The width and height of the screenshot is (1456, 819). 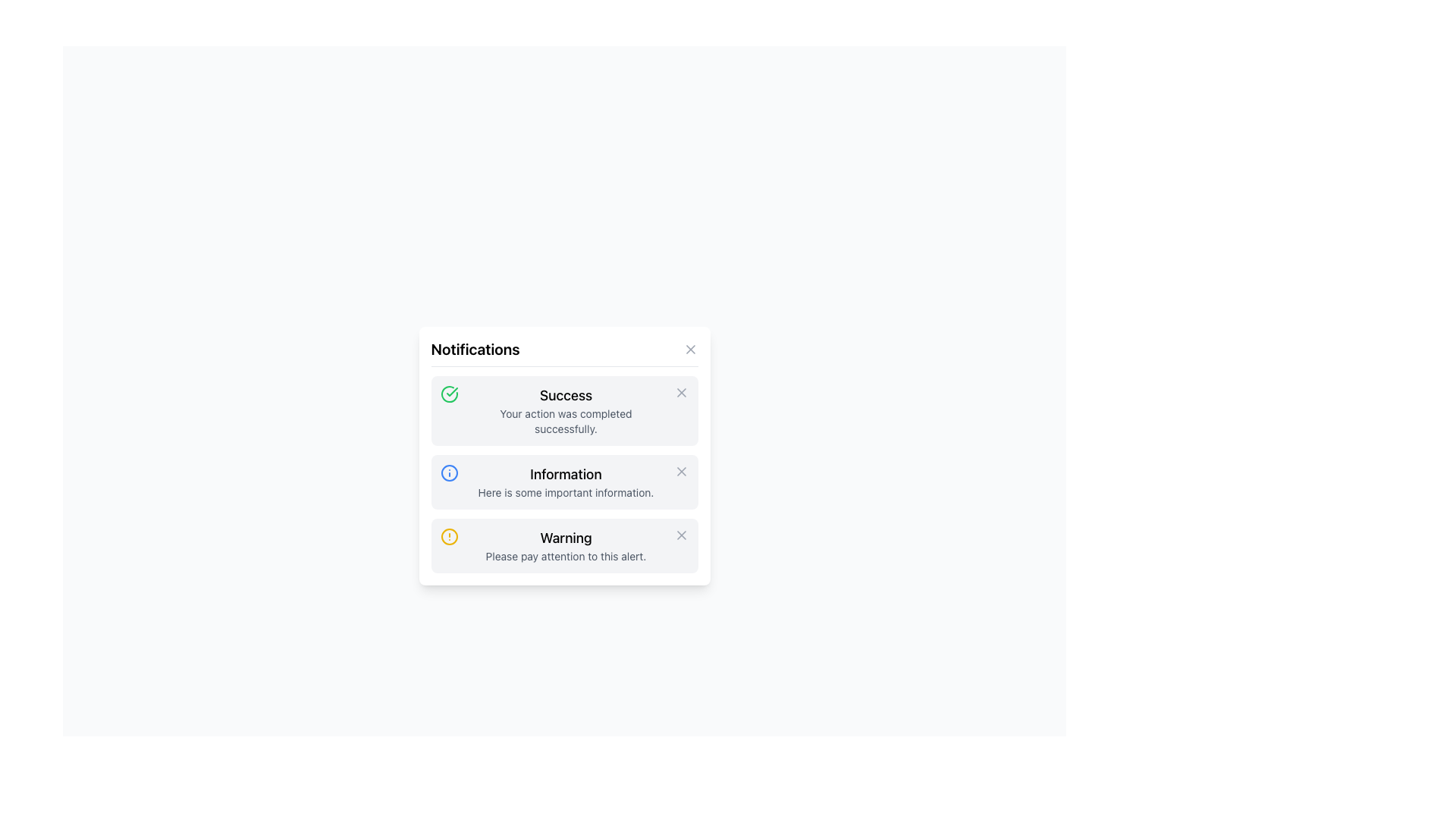 I want to click on text element located within the 'Information' notification box, specifically the second line of text directly below the word 'Information', so click(x=565, y=492).